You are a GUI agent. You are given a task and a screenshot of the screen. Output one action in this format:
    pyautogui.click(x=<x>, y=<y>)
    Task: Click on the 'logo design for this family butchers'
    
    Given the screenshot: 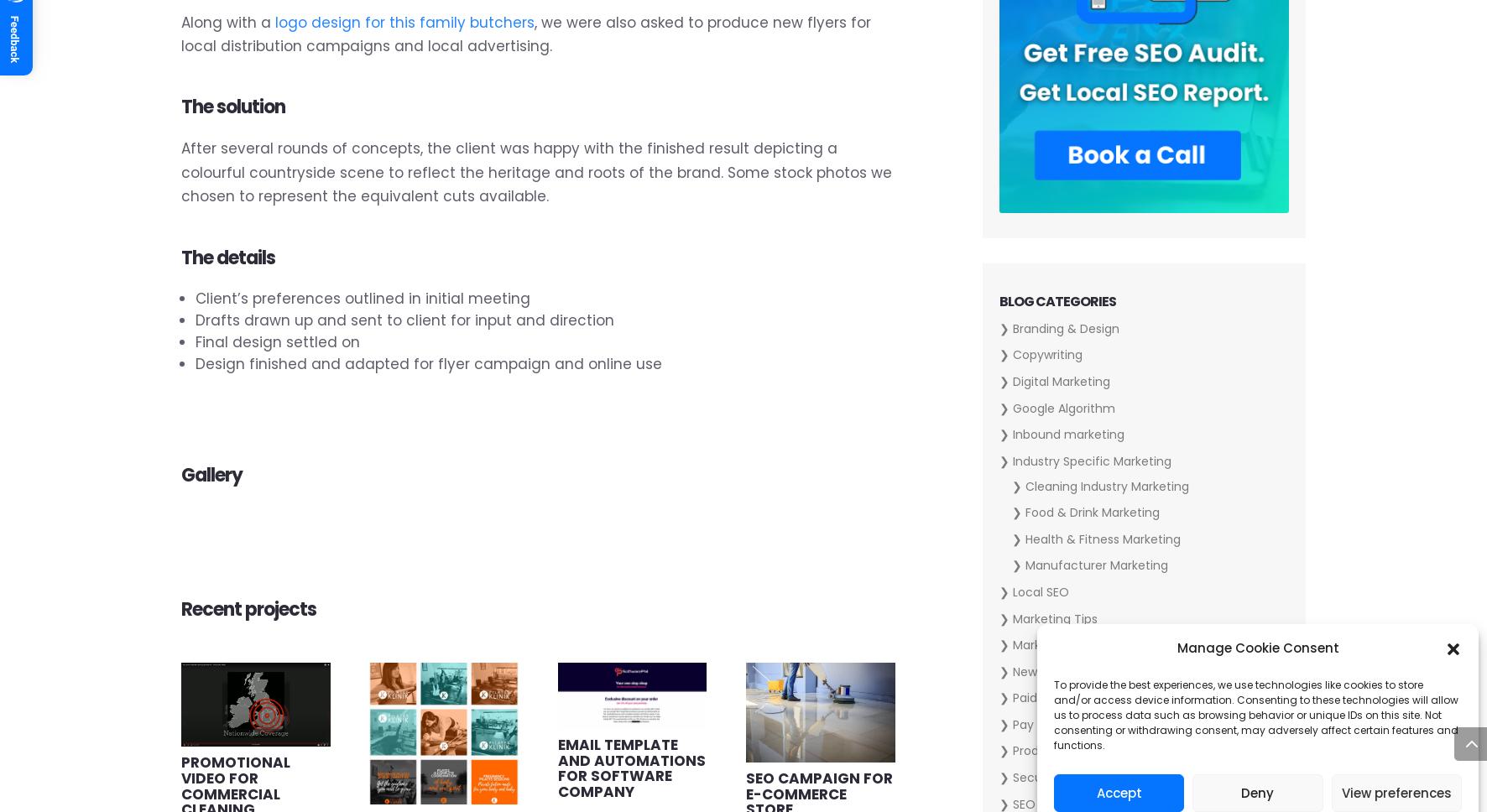 What is the action you would take?
    pyautogui.click(x=404, y=22)
    